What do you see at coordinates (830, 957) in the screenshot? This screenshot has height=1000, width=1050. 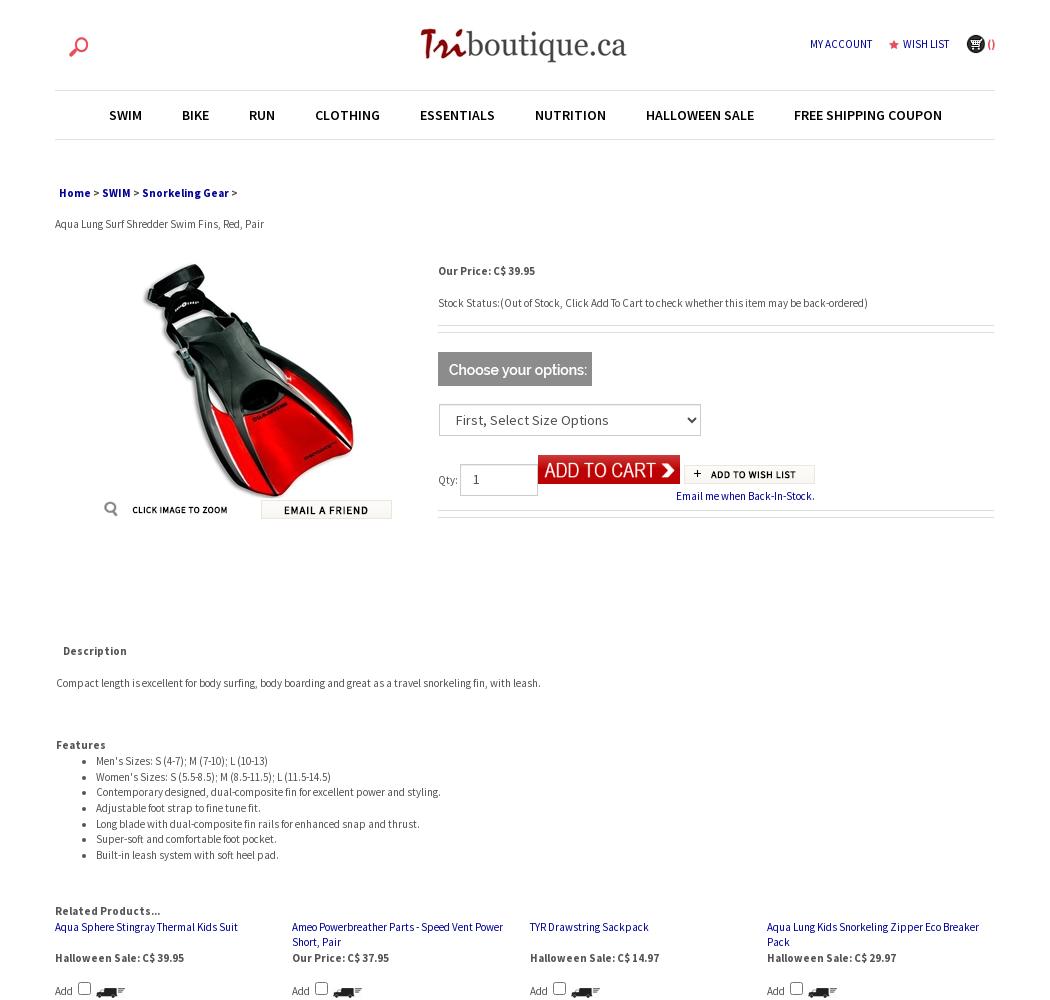 I see `'Halloween Sale: C$ 29.97'` at bounding box center [830, 957].